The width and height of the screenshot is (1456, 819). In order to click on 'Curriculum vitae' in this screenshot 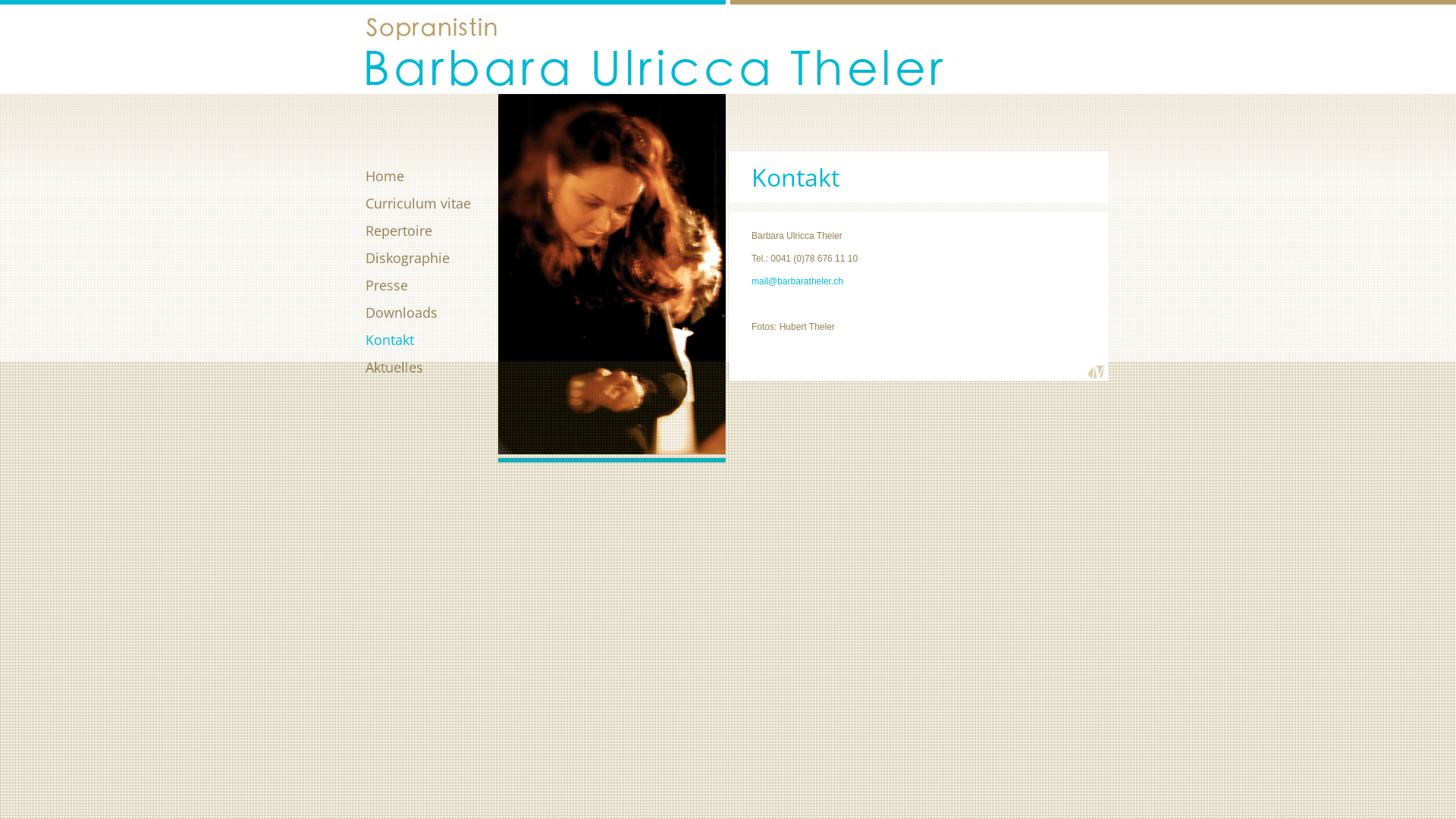, I will do `click(431, 202)`.